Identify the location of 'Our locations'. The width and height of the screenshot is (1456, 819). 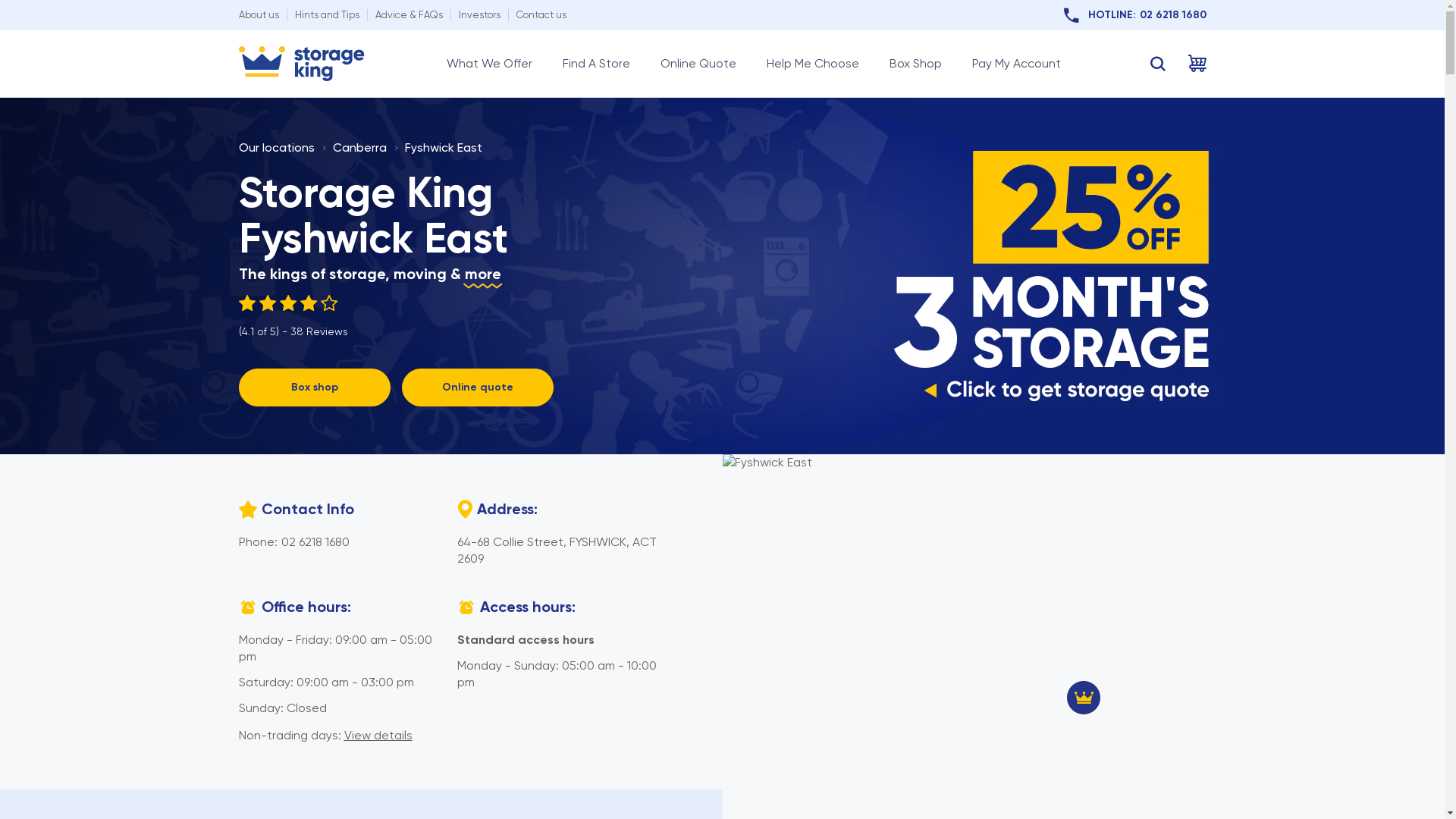
(276, 147).